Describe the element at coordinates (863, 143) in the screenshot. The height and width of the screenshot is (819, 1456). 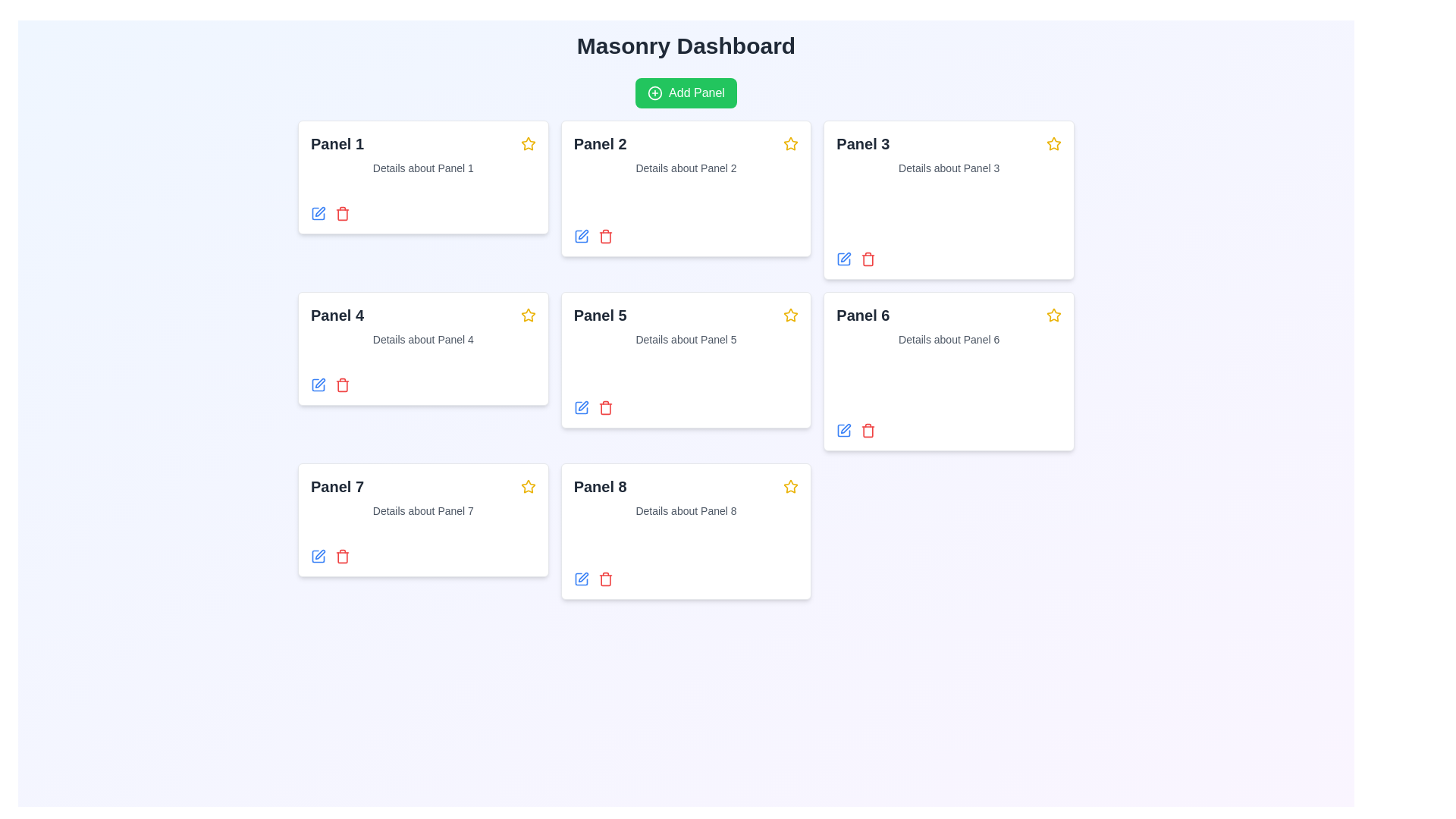
I see `the content card labeled 'Panel 3'` at that location.